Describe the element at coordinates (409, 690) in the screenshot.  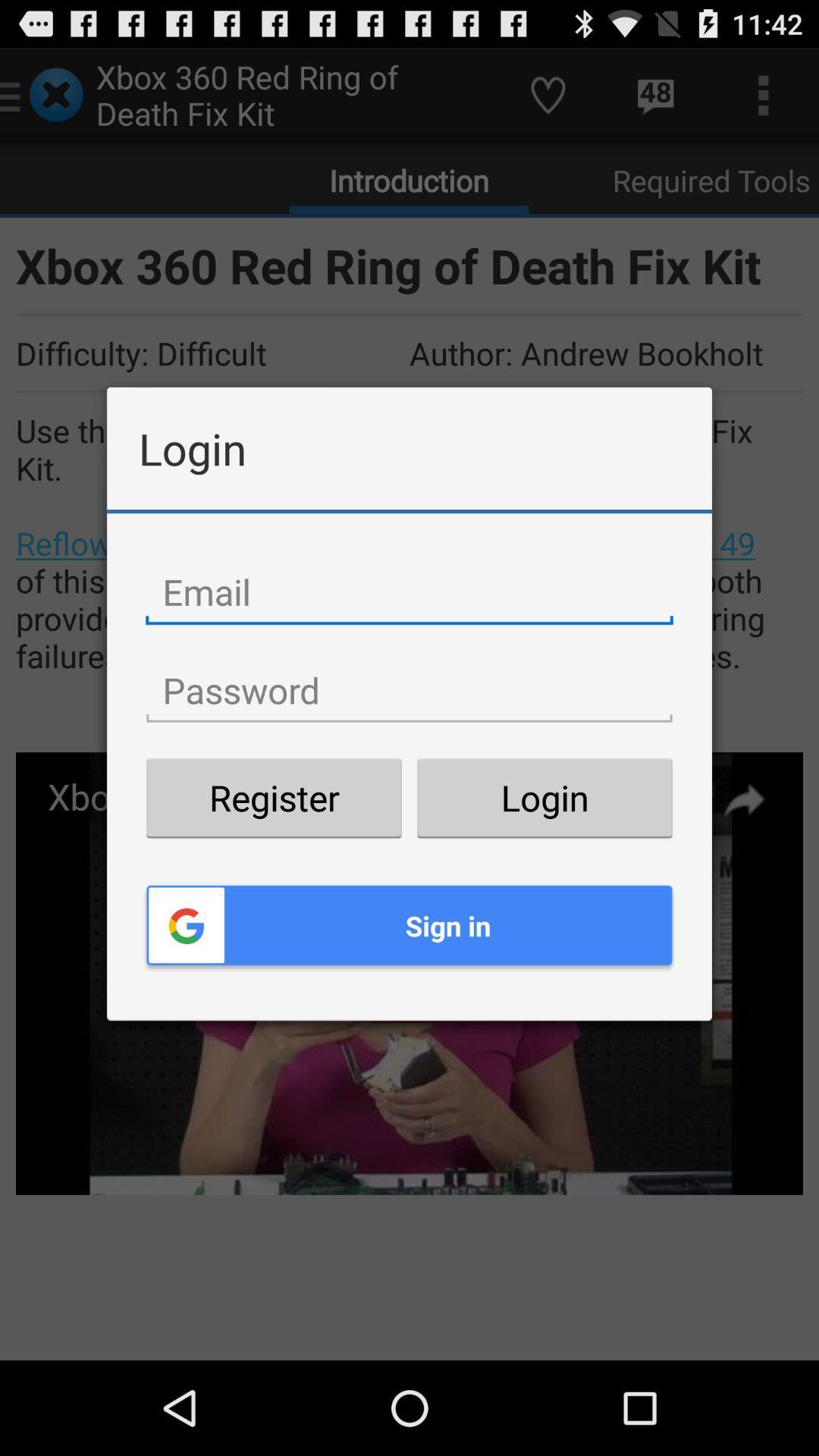
I see `type your password` at that location.